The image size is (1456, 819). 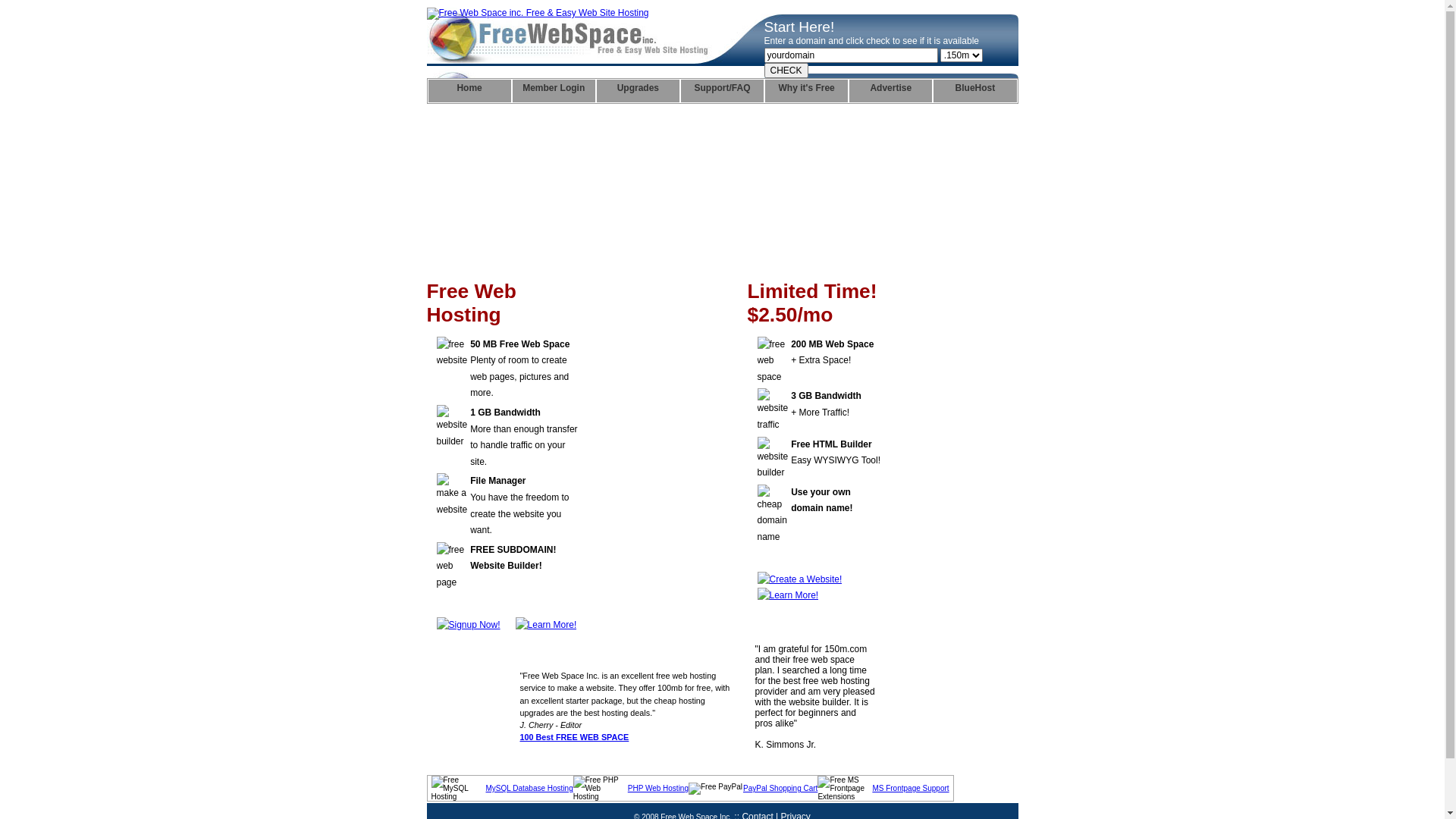 I want to click on '100 Best FREE WEB SPACE', so click(x=520, y=736).